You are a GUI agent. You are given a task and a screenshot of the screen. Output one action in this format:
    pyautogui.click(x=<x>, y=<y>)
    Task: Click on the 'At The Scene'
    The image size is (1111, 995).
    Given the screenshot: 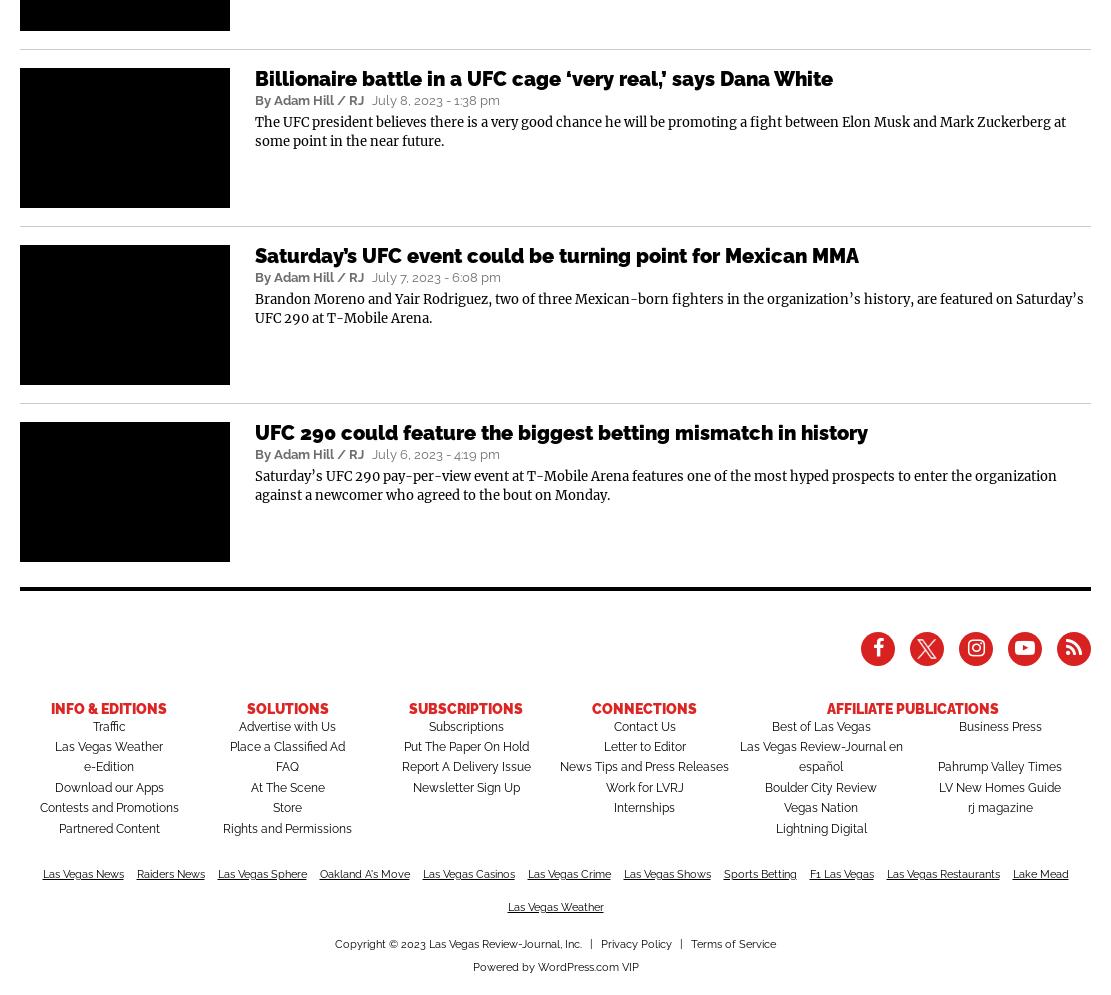 What is the action you would take?
    pyautogui.click(x=286, y=787)
    